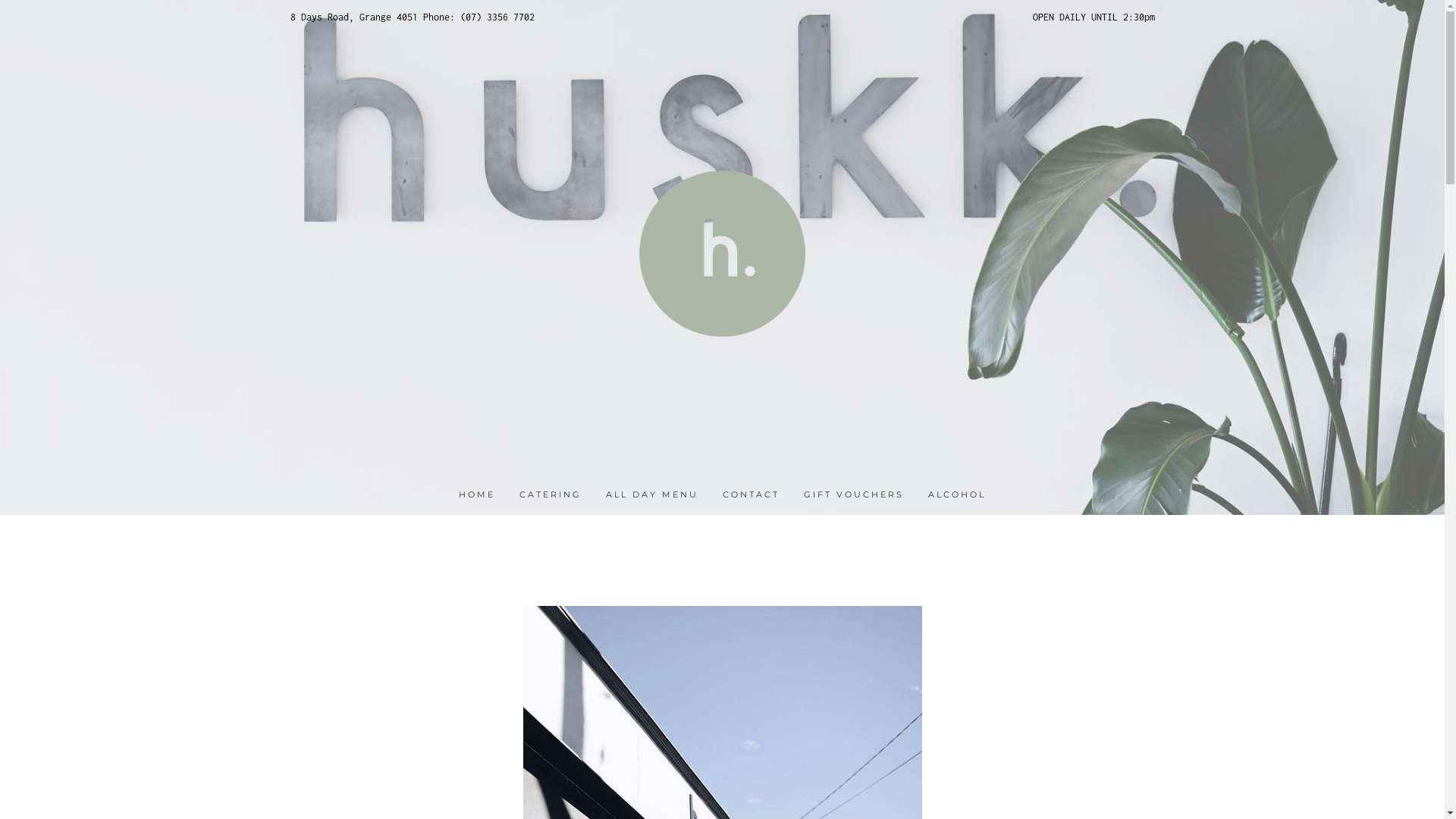  Describe the element at coordinates (549, 495) in the screenshot. I see `'CATERING'` at that location.